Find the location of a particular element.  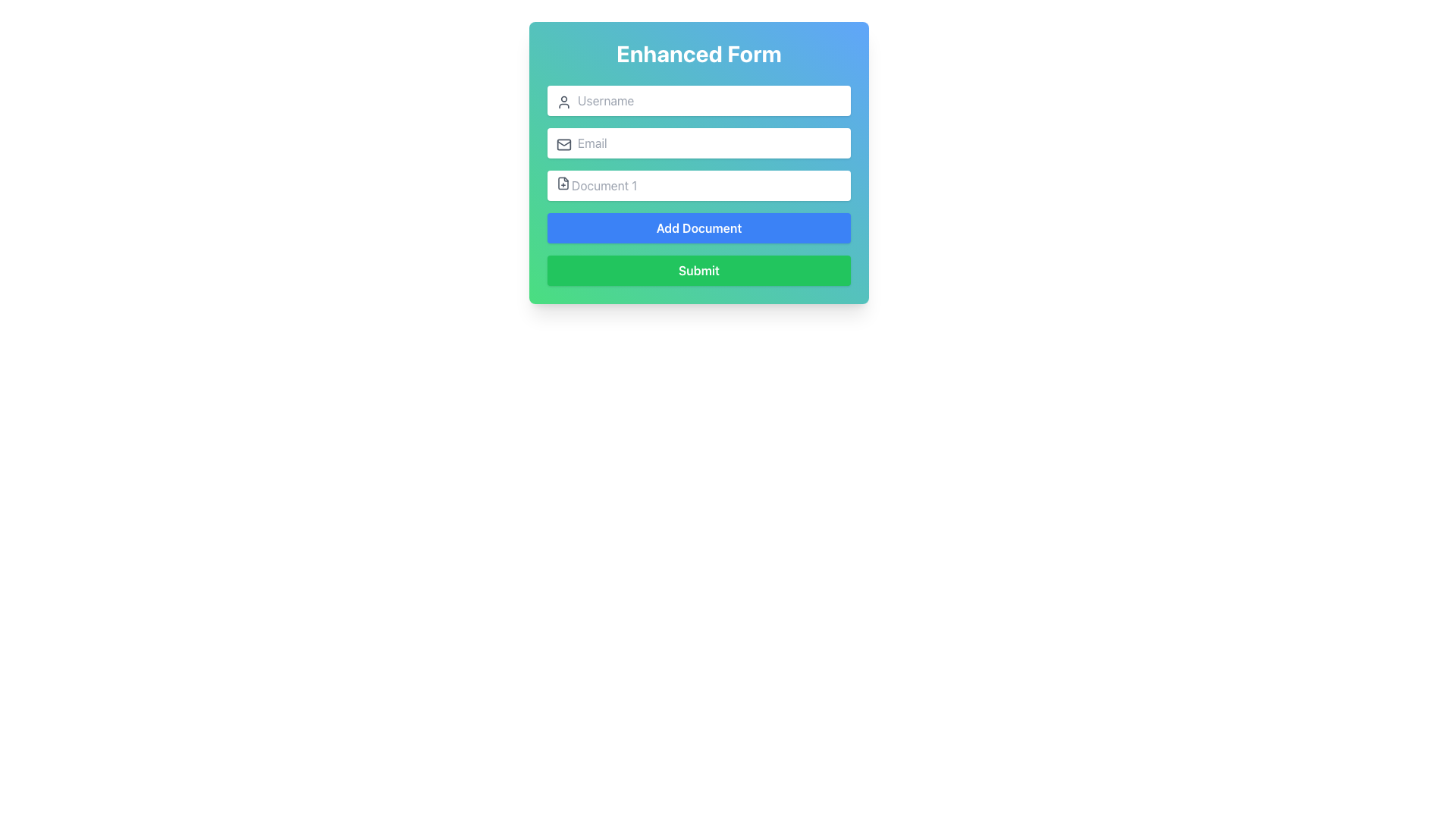

the submit button located below the 'Add Document' button to finalize and send the form data is located at coordinates (698, 270).